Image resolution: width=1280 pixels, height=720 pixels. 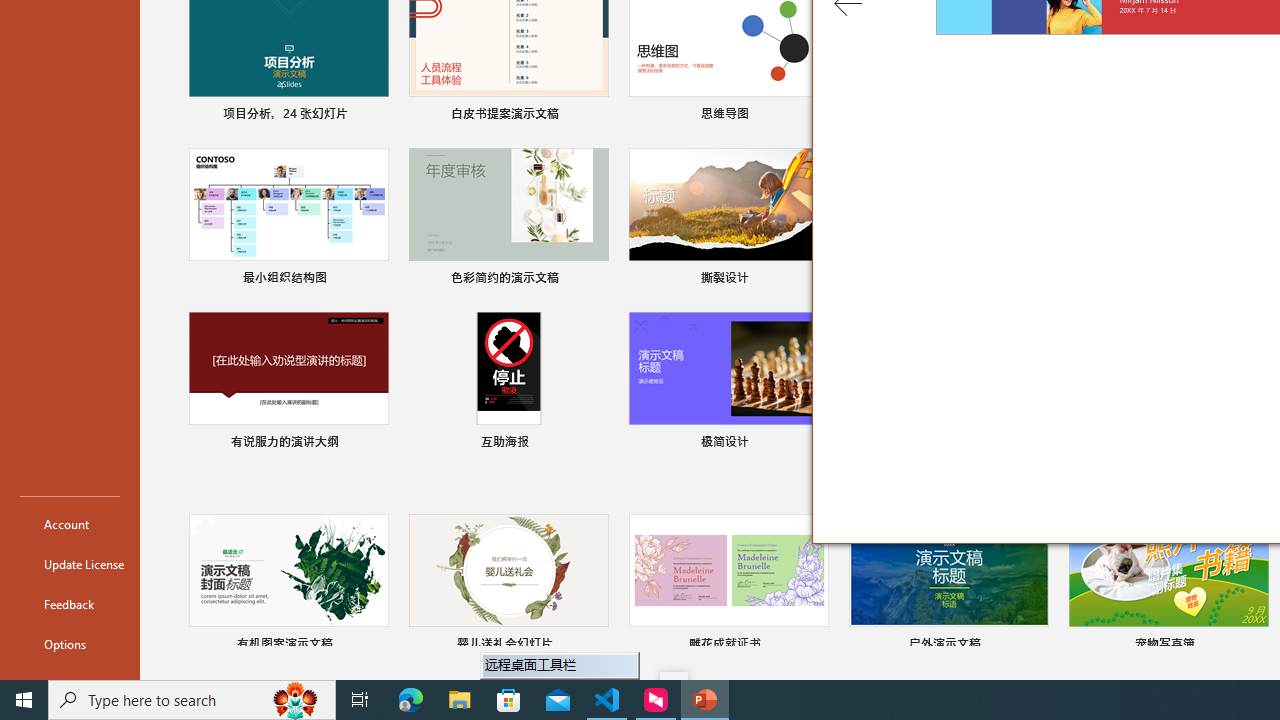 I want to click on 'Microsoft Store', so click(x=509, y=698).